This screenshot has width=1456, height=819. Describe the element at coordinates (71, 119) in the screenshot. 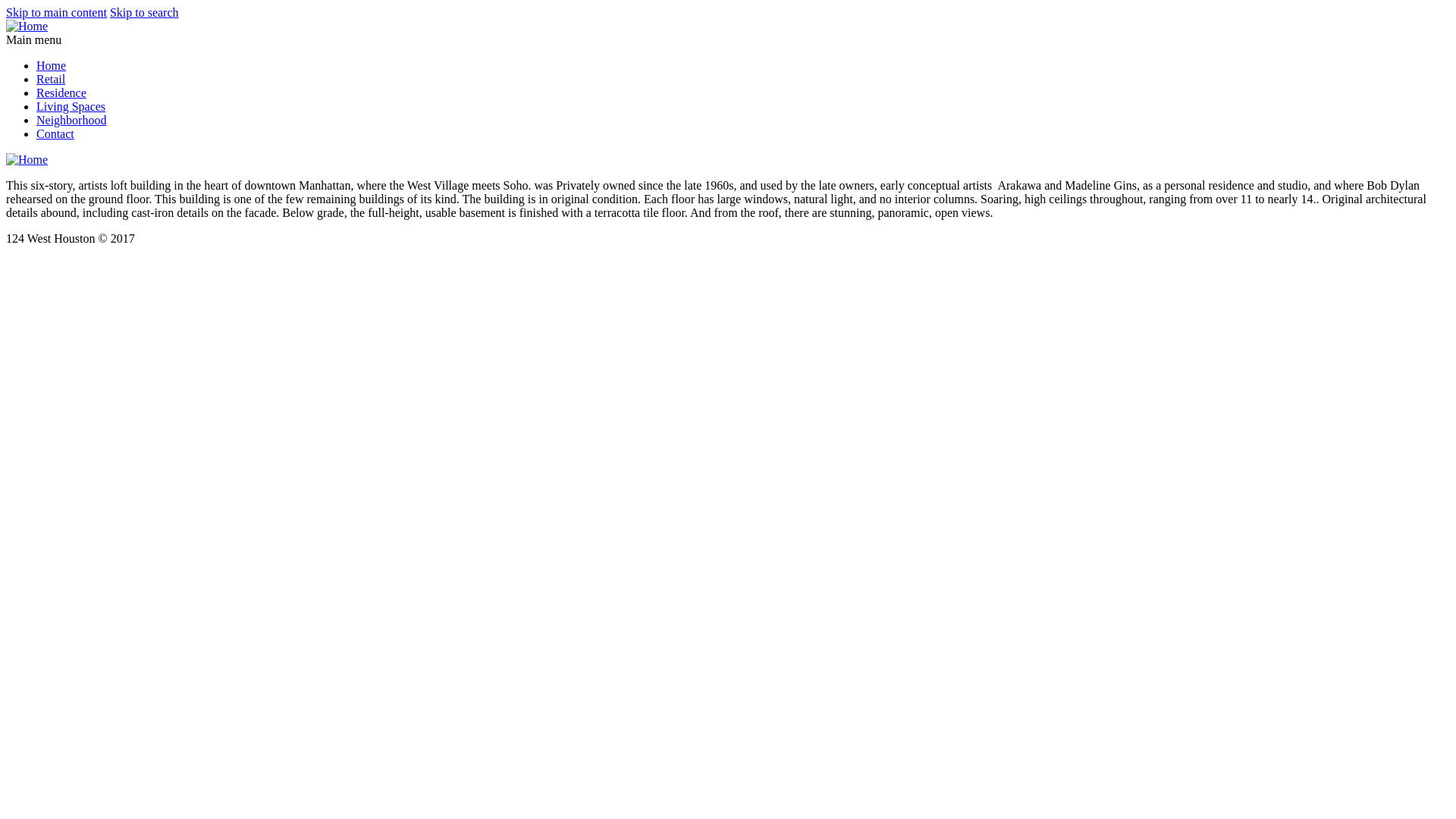

I see `'Neighborhood'` at that location.